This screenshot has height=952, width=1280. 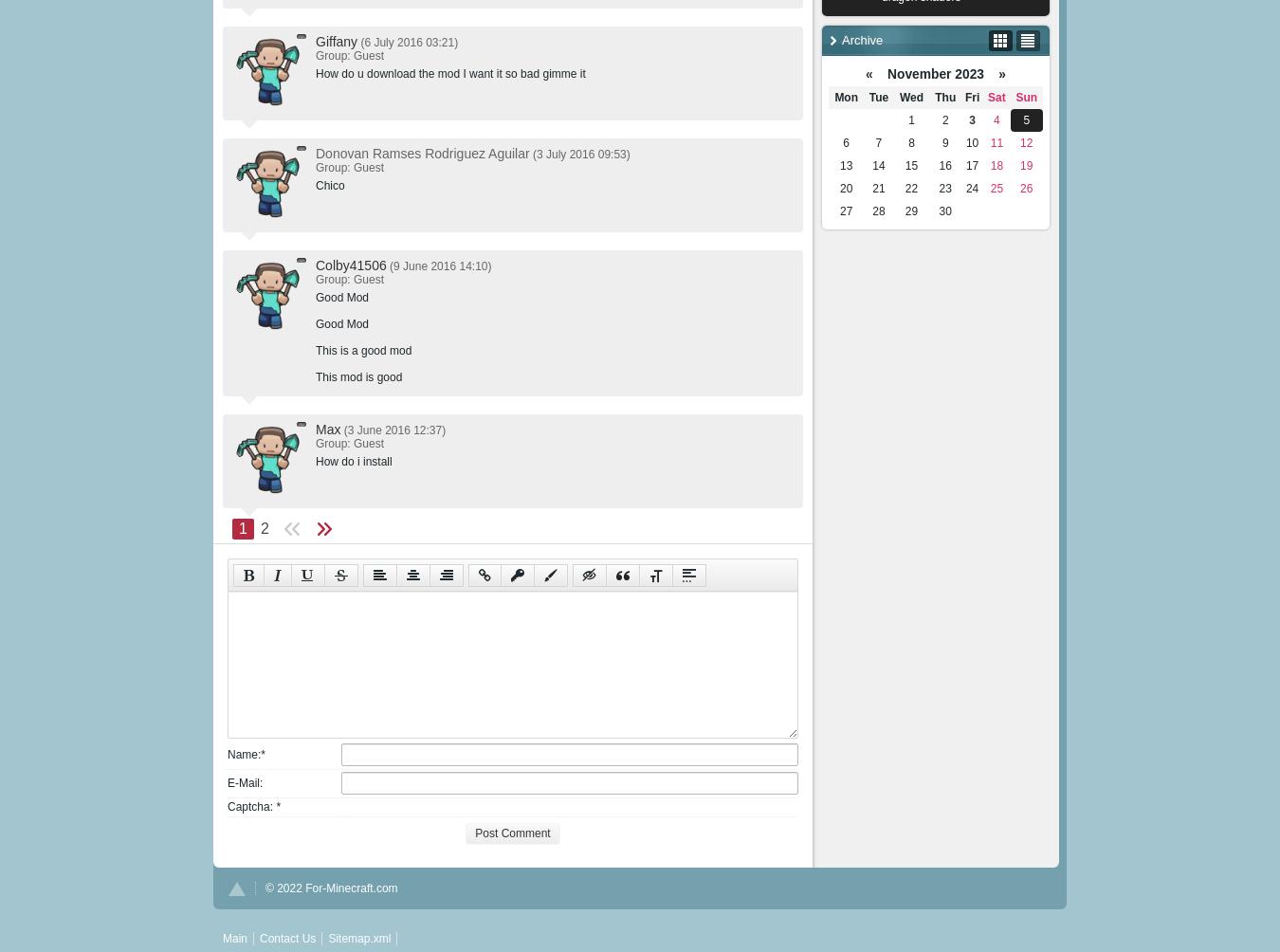 What do you see at coordinates (989, 142) in the screenshot?
I see `'11'` at bounding box center [989, 142].